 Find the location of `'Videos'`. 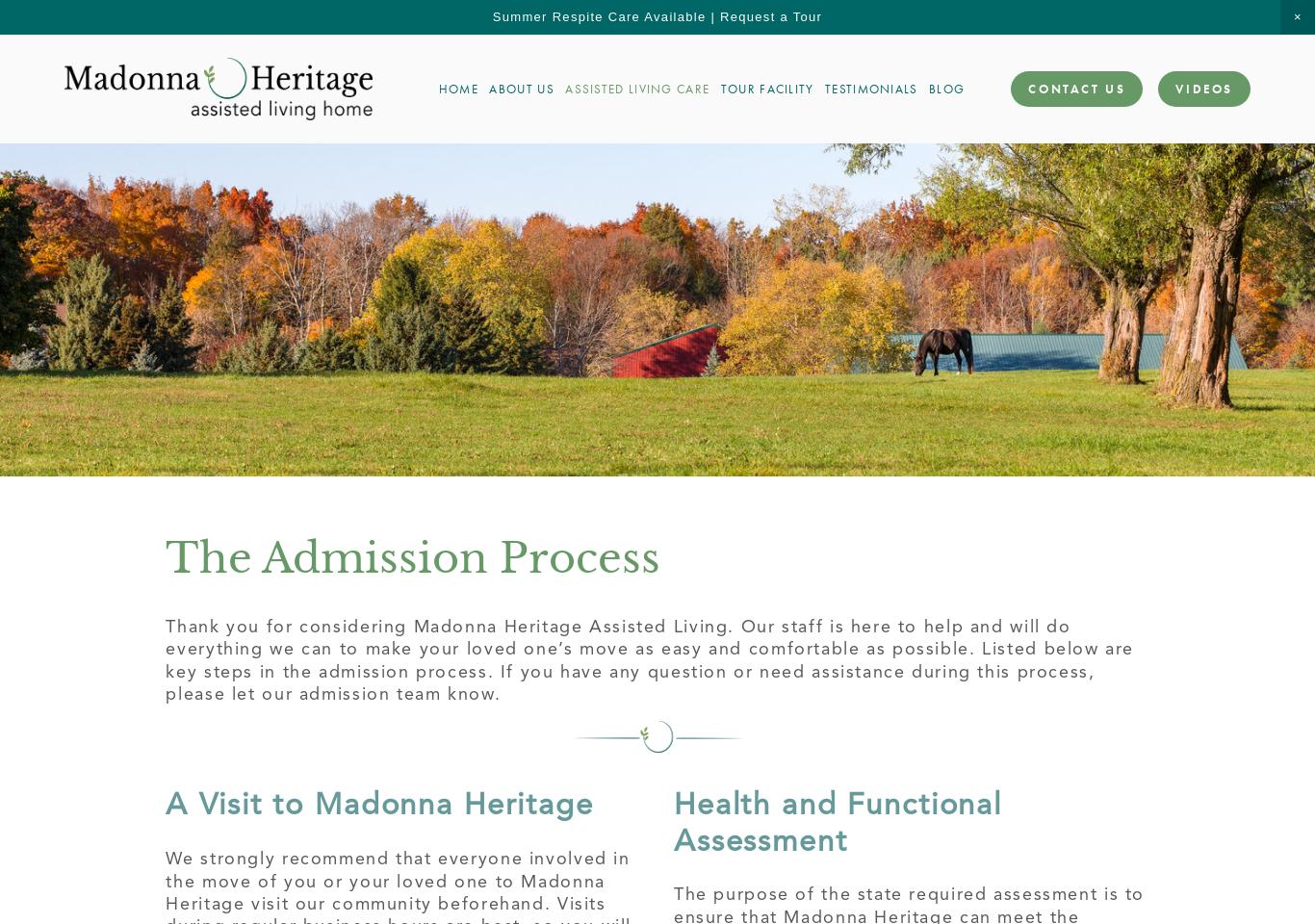

'Videos' is located at coordinates (1175, 89).